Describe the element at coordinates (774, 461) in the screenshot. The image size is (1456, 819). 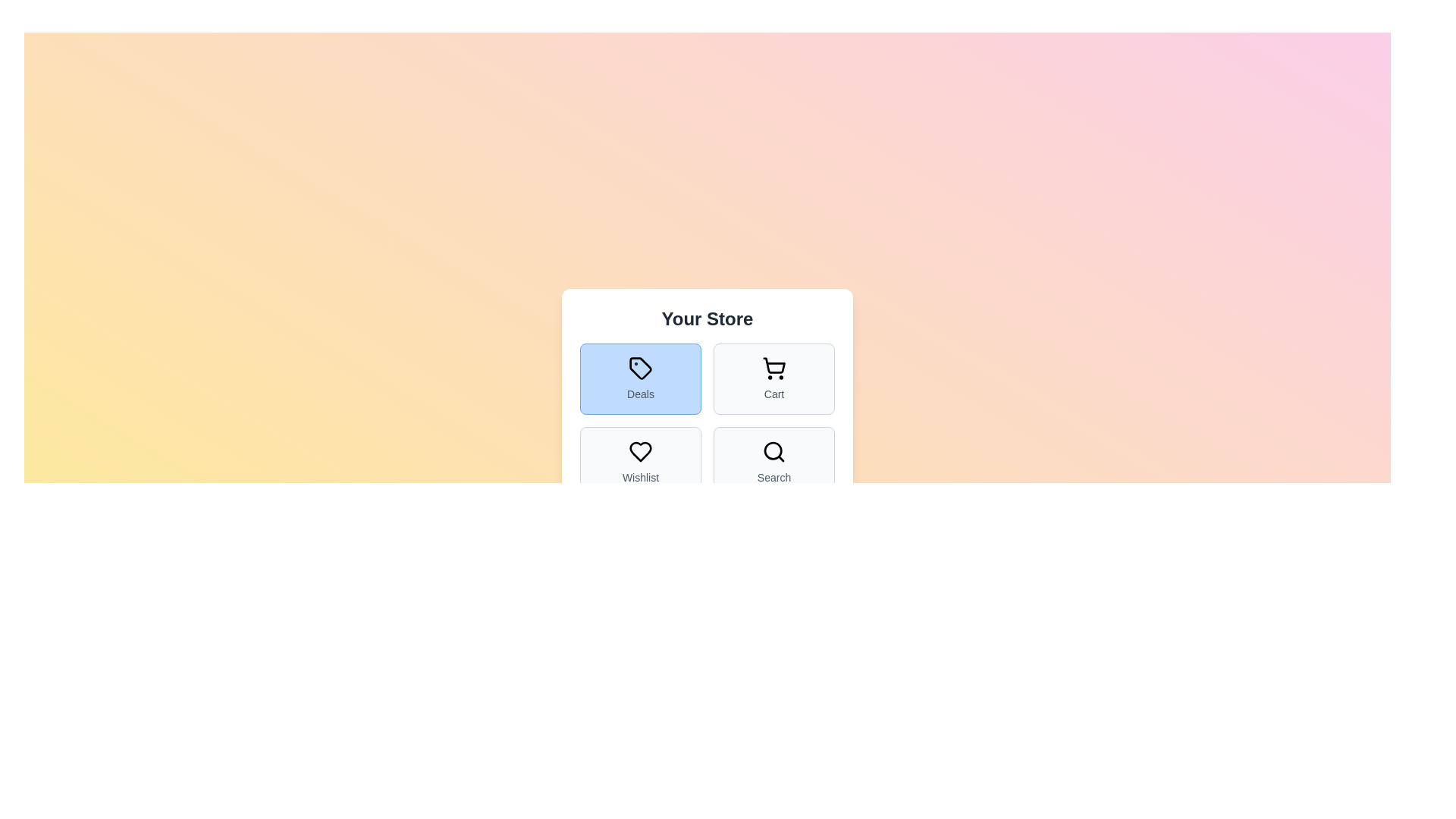
I see `the Search tab button to observe its hover effect` at that location.